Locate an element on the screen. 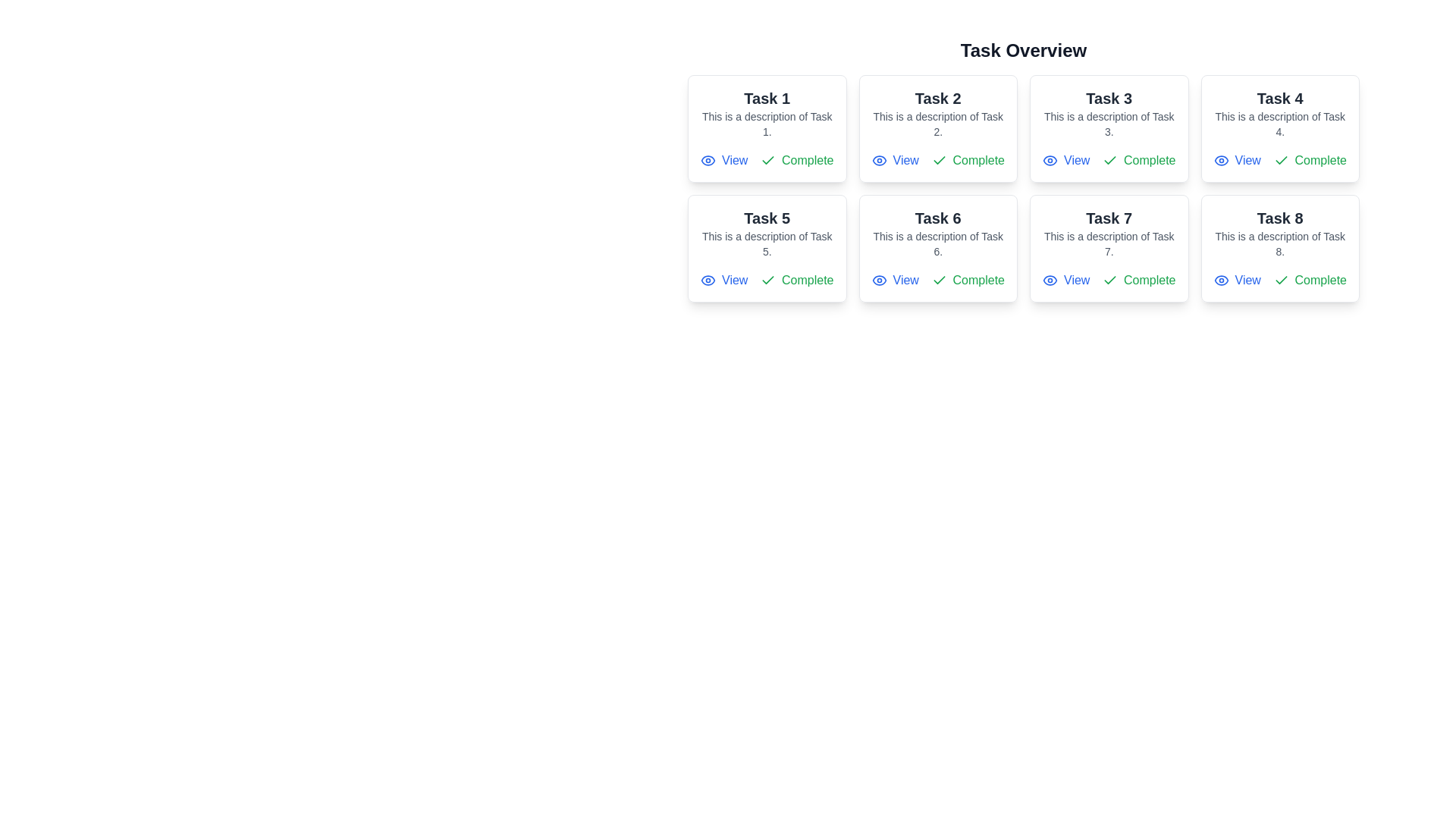 The image size is (1456, 819). the green checkmark icon located in the 'Complete' section of the second task card, which indicates task completion is located at coordinates (938, 160).